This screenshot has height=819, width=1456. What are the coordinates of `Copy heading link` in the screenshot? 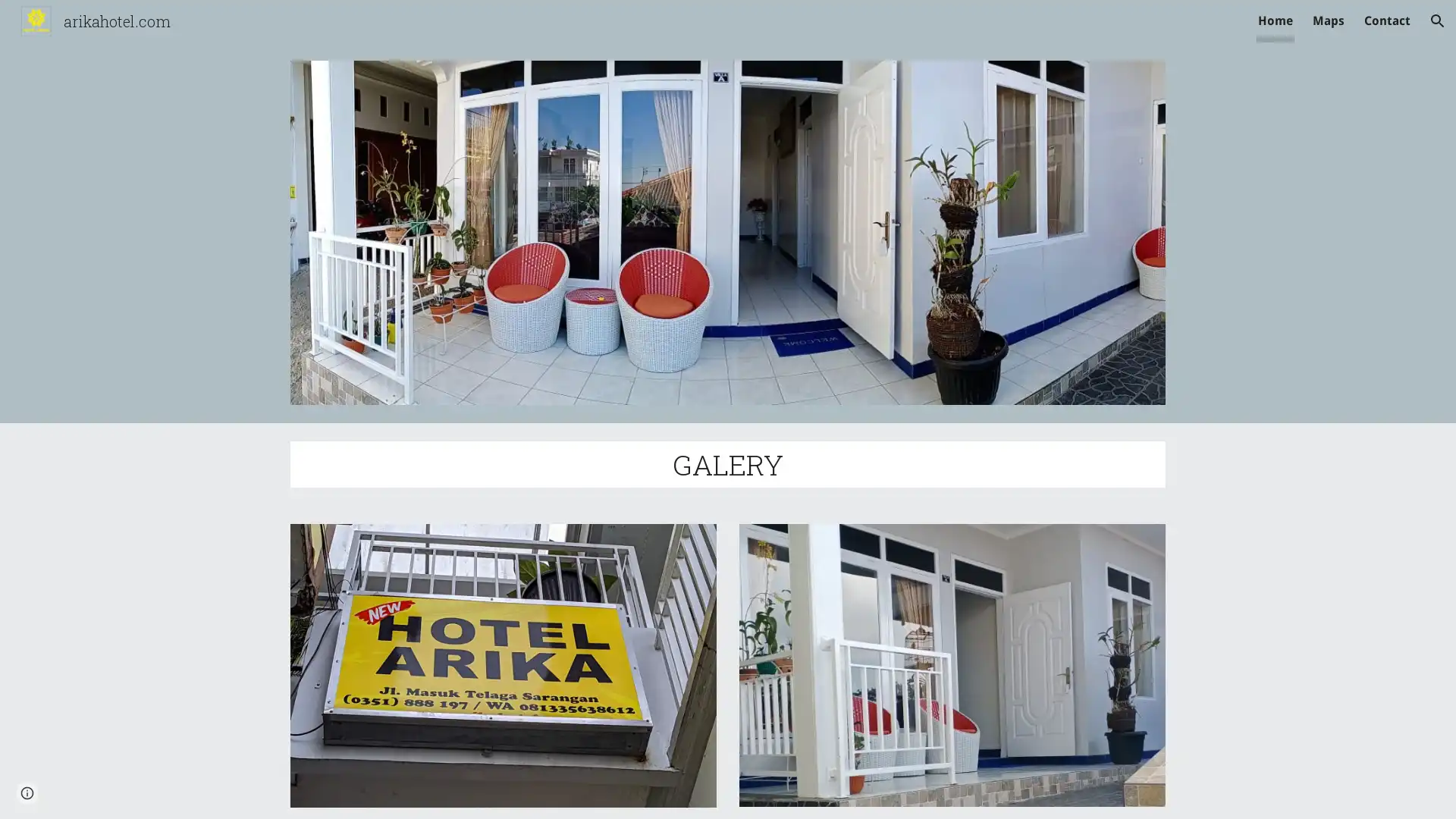 It's located at (800, 463).